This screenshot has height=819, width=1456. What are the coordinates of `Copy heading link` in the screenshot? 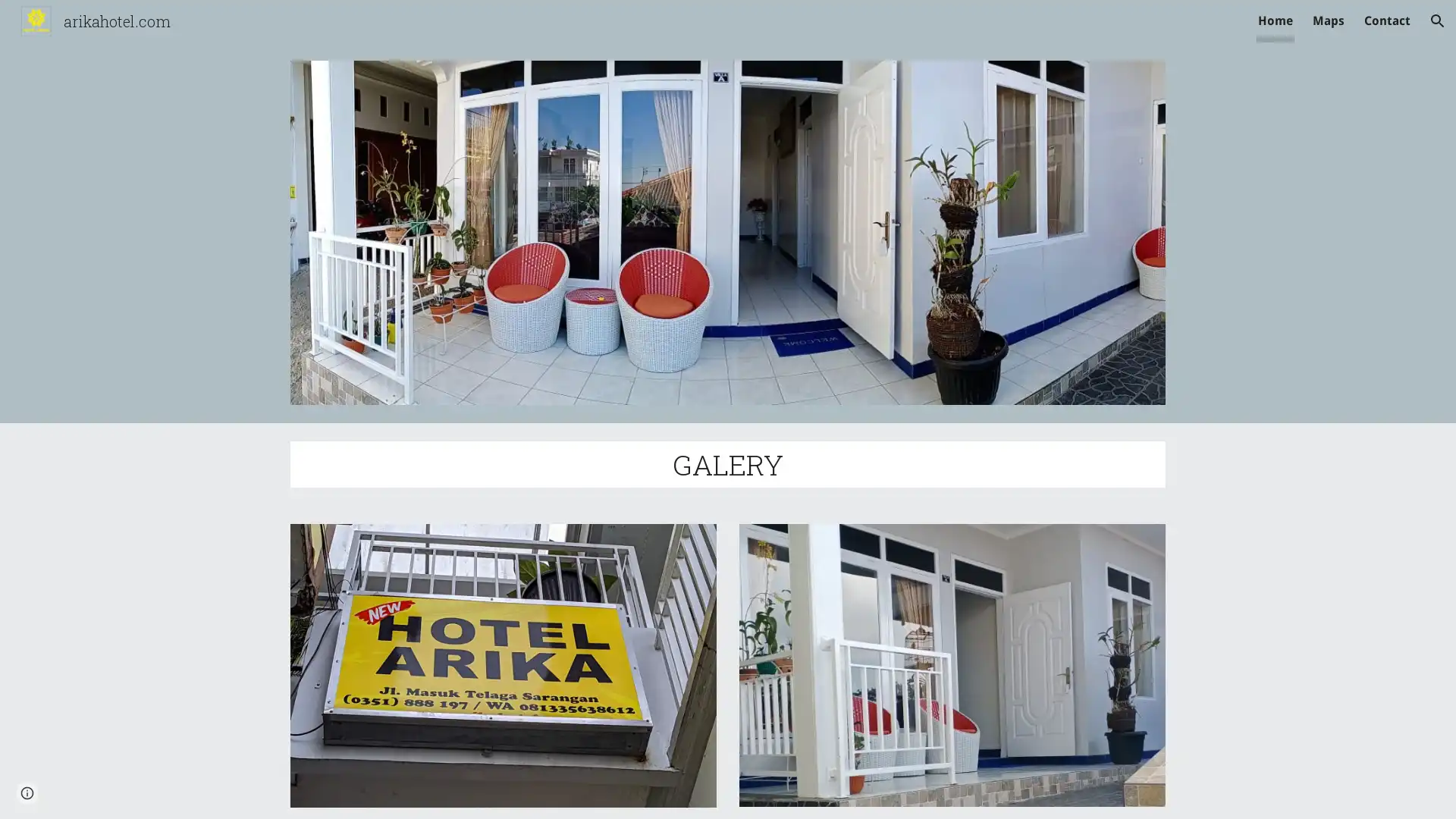 It's located at (800, 463).